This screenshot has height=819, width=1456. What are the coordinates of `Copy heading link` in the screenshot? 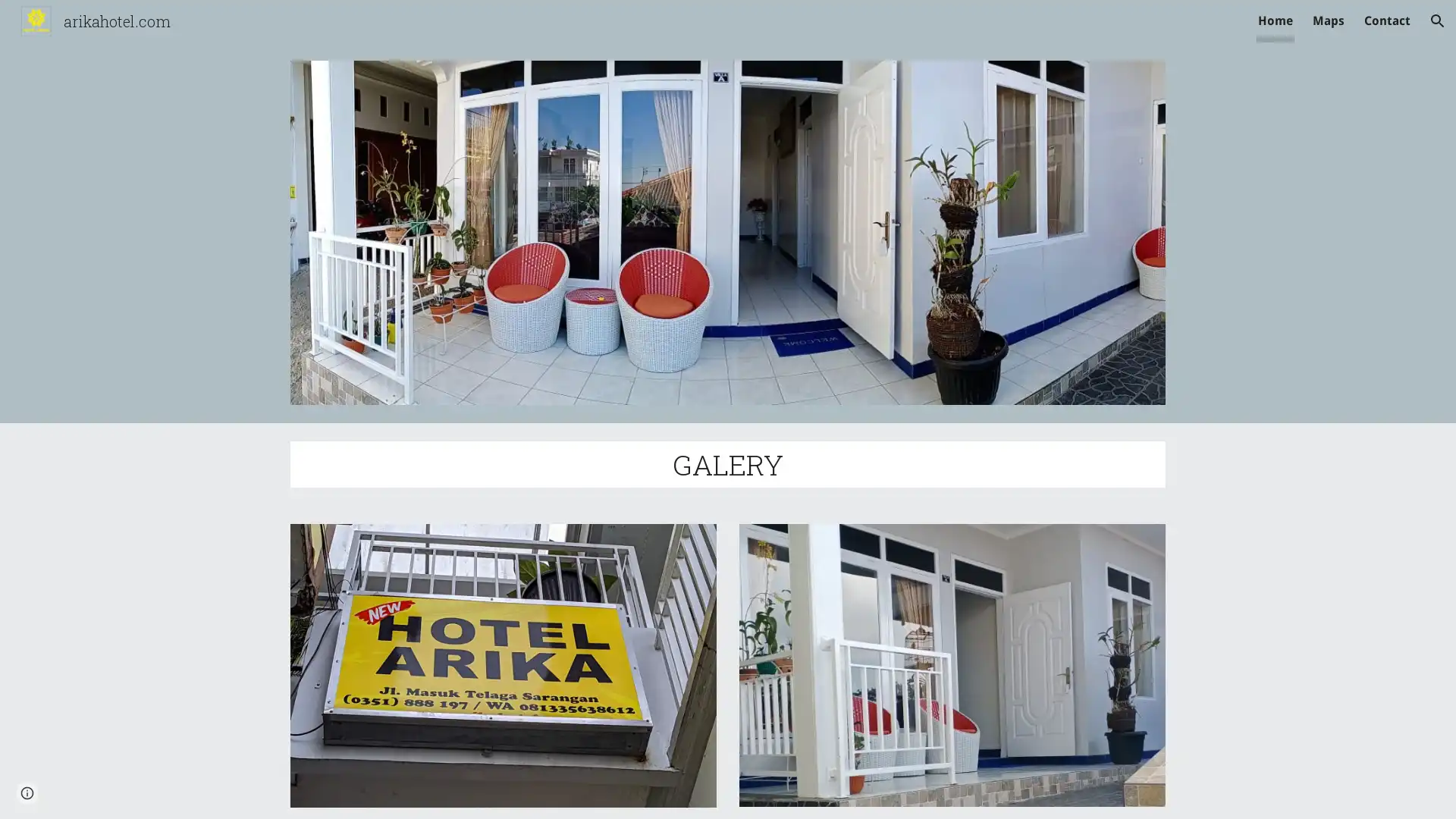 It's located at (800, 463).